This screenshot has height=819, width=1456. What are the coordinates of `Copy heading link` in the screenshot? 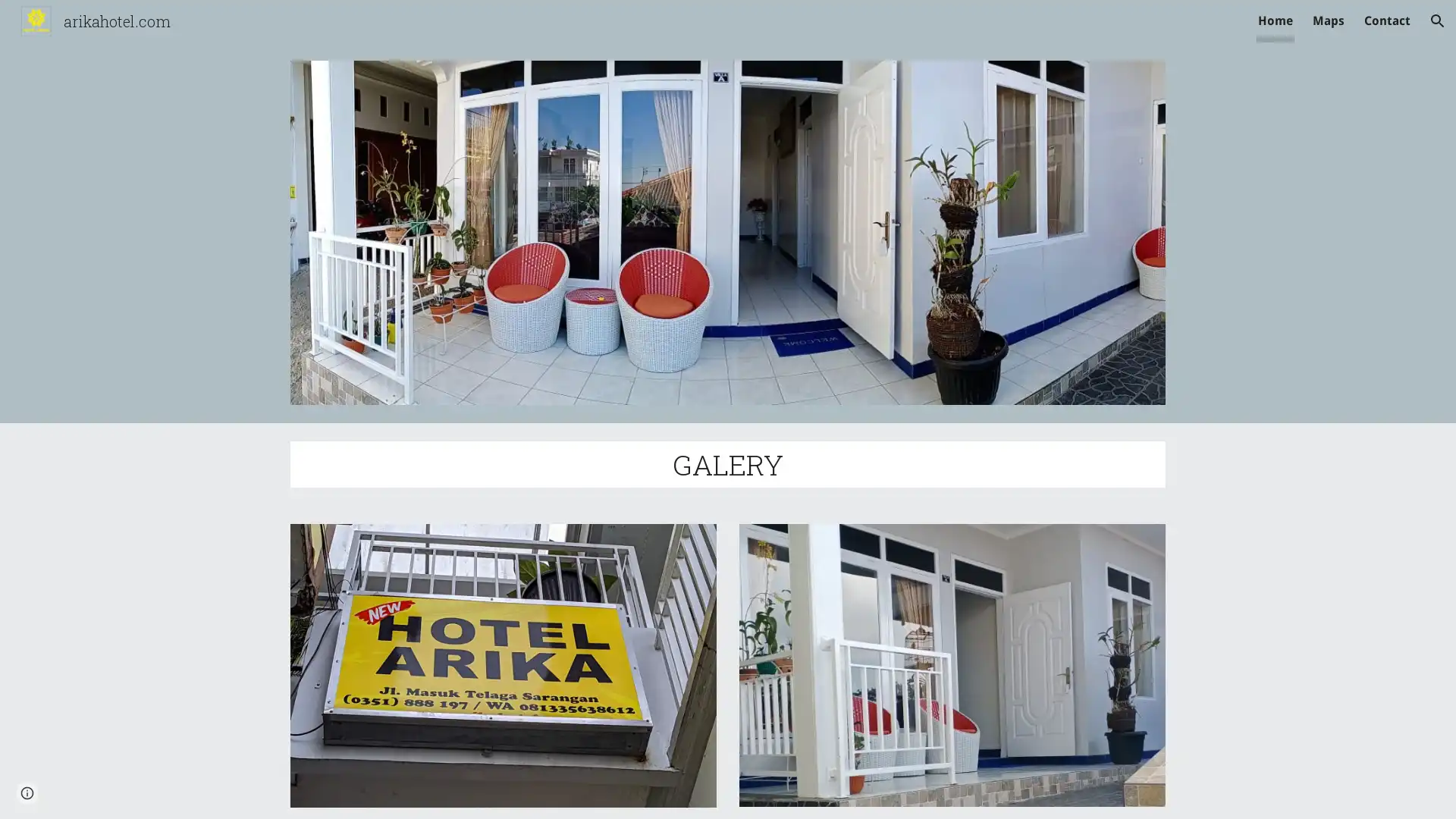 It's located at (800, 463).